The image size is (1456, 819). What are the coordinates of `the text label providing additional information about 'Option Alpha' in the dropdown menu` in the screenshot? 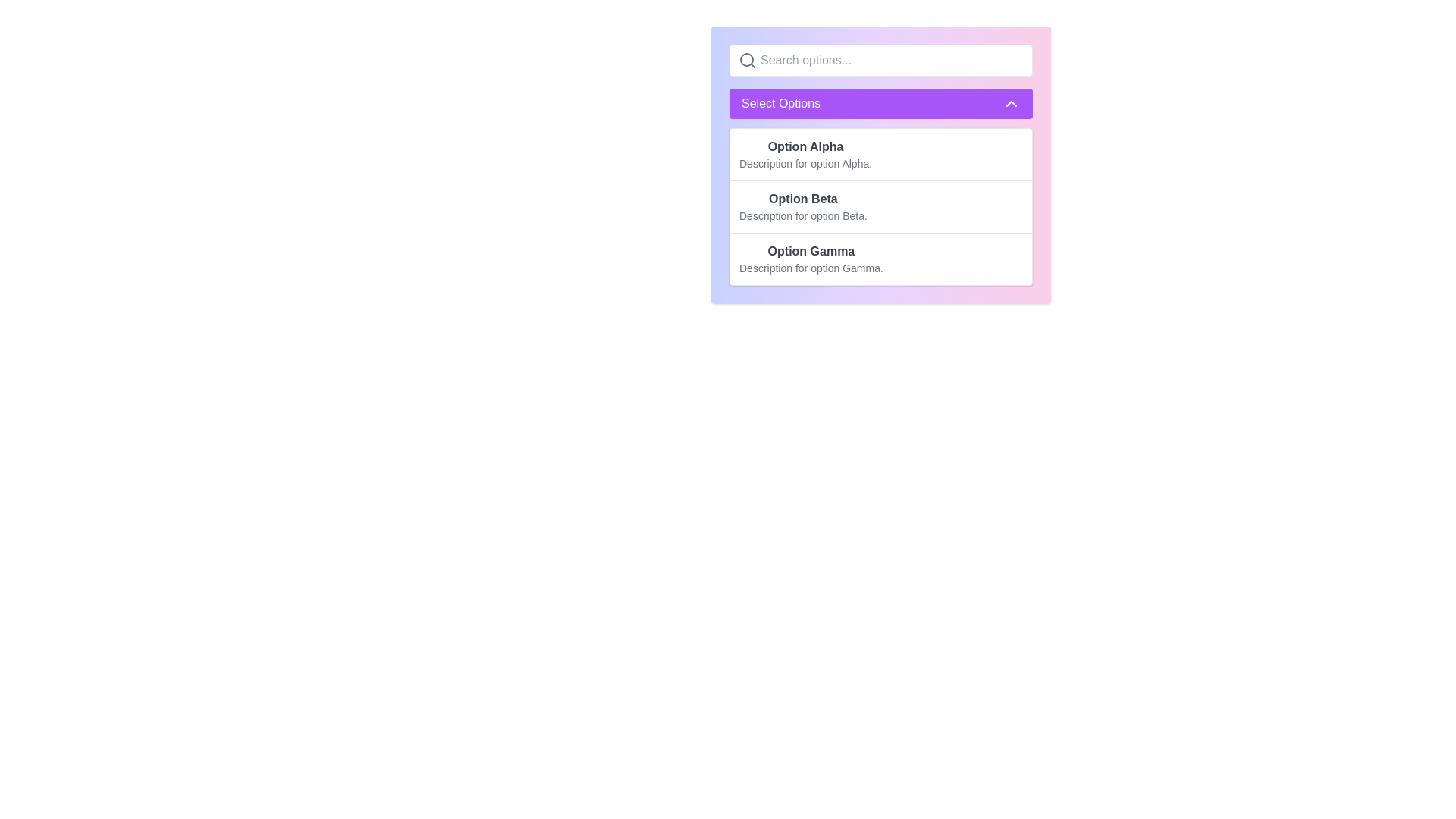 It's located at (805, 164).